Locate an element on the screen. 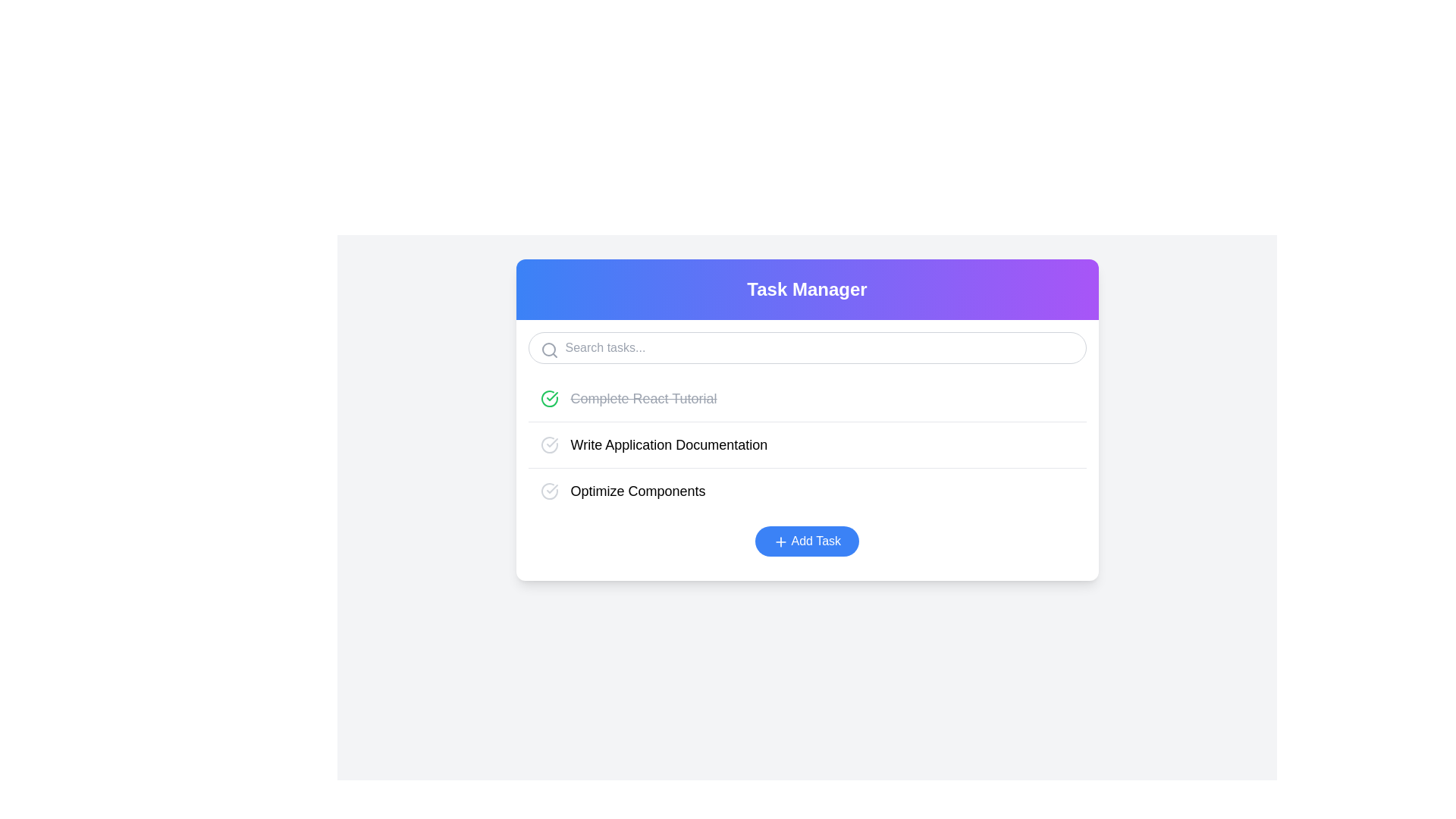 The height and width of the screenshot is (819, 1456). the checkmark icon representing a verified status located in the second task indicator, below the green check icon and to the left of 'Write Application Documentation' is located at coordinates (551, 488).